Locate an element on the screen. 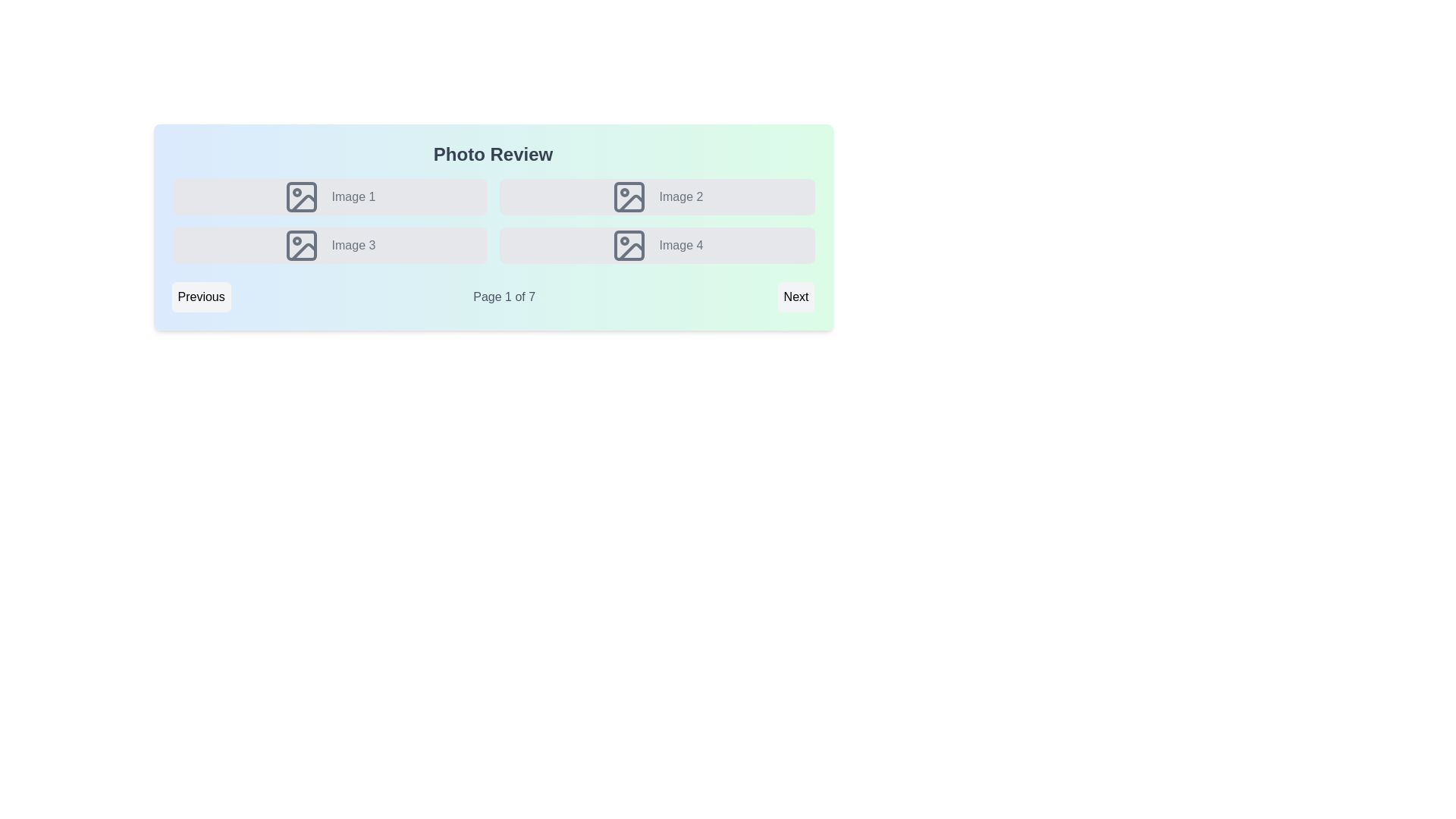  the text label displaying 'Image 4' located in the 'Photo Review' section, specifically in the second row and second column of the grid layout, directly to the right of the image icon is located at coordinates (680, 245).